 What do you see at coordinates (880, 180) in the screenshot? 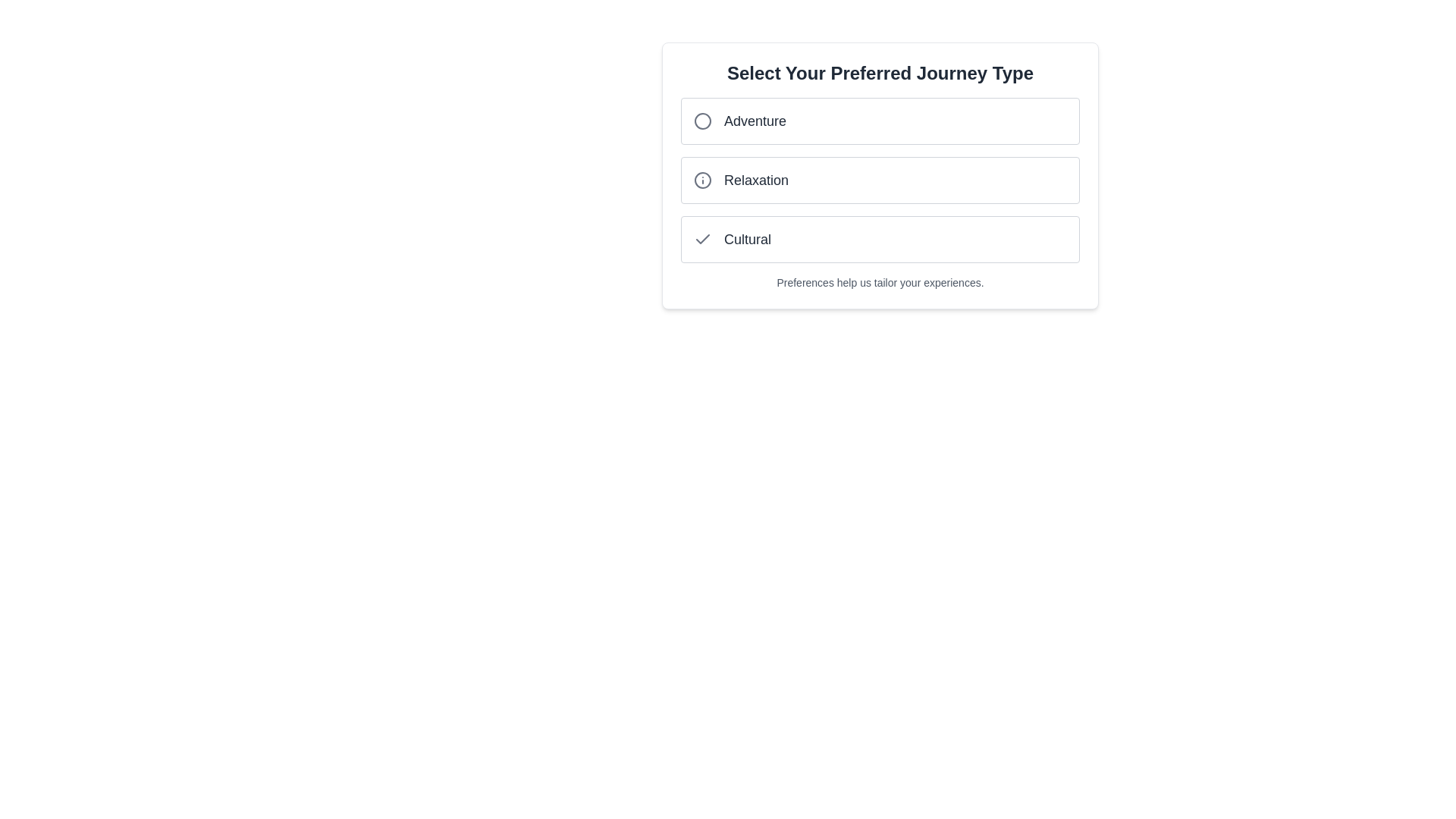
I see `the 'Relaxation' option in the list of selectable user preferences for journey types` at bounding box center [880, 180].